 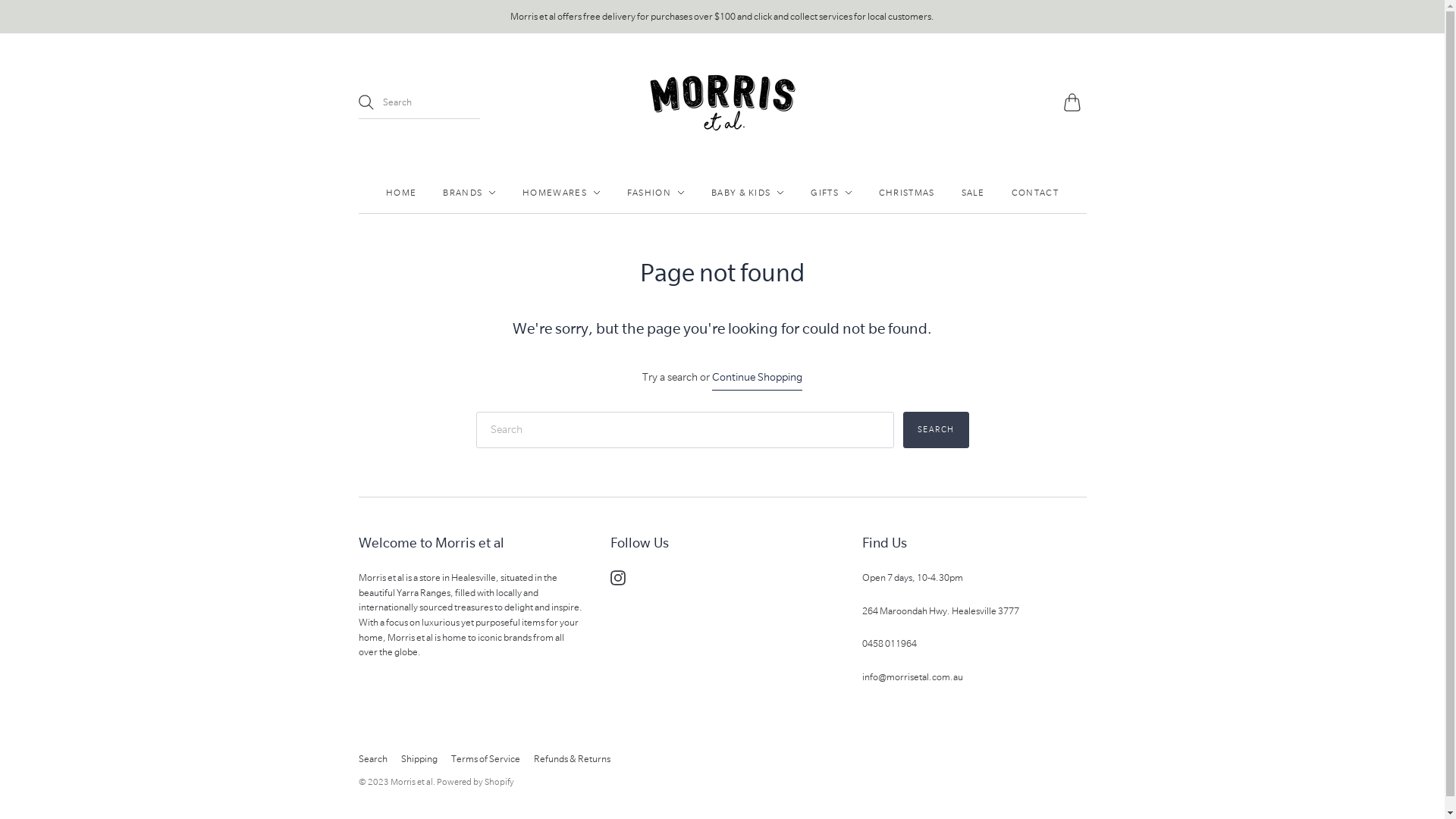 I want to click on 'GIFTS', so click(x=830, y=192).